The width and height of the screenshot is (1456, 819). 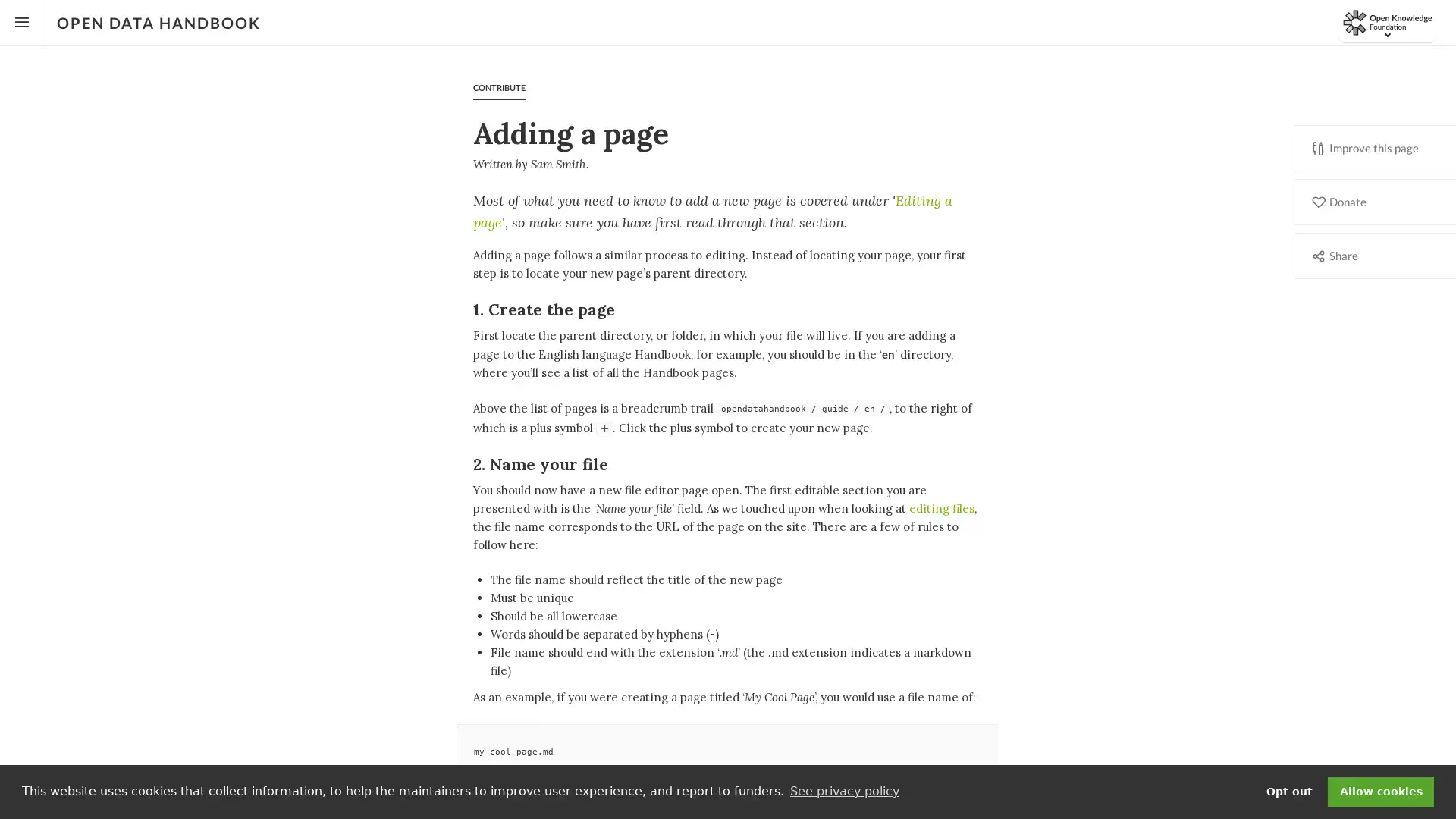 I want to click on learn more about cookies, so click(x=843, y=791).